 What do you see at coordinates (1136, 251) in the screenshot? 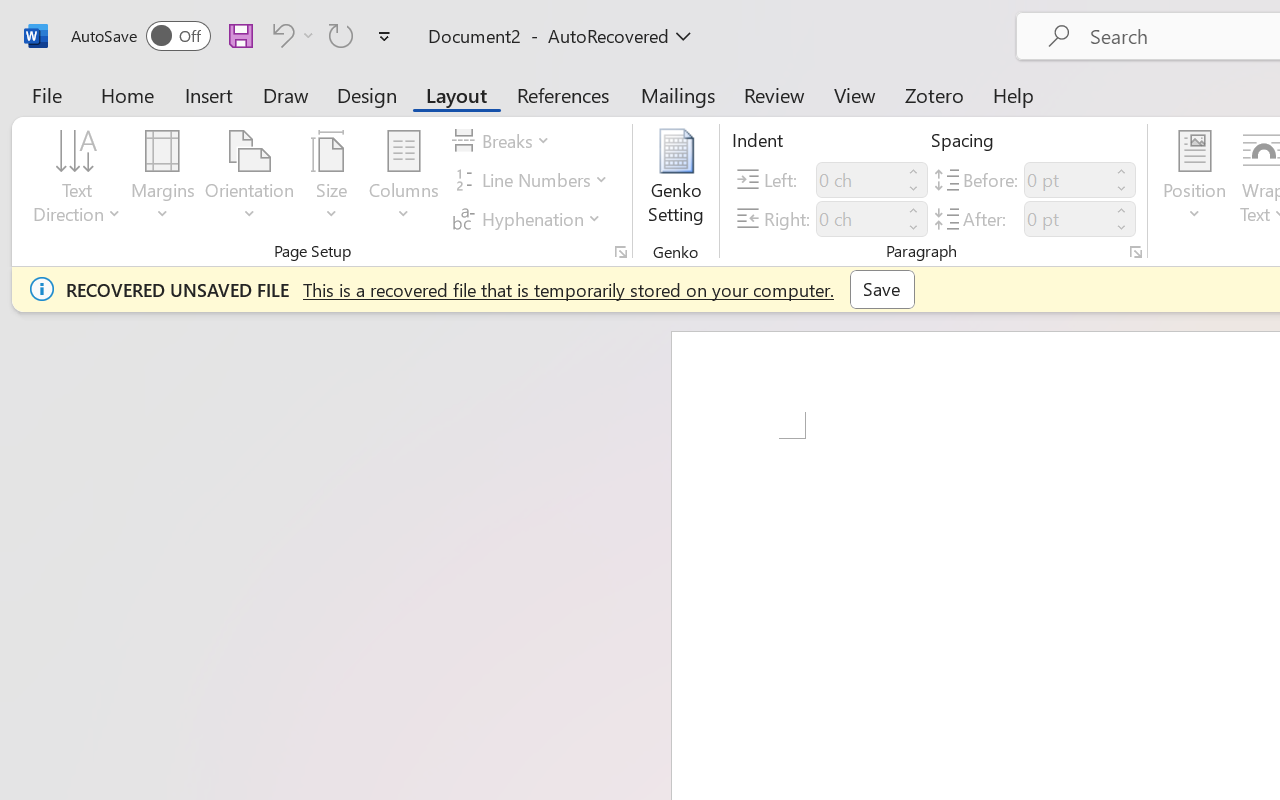
I see `'Paragraph...'` at bounding box center [1136, 251].